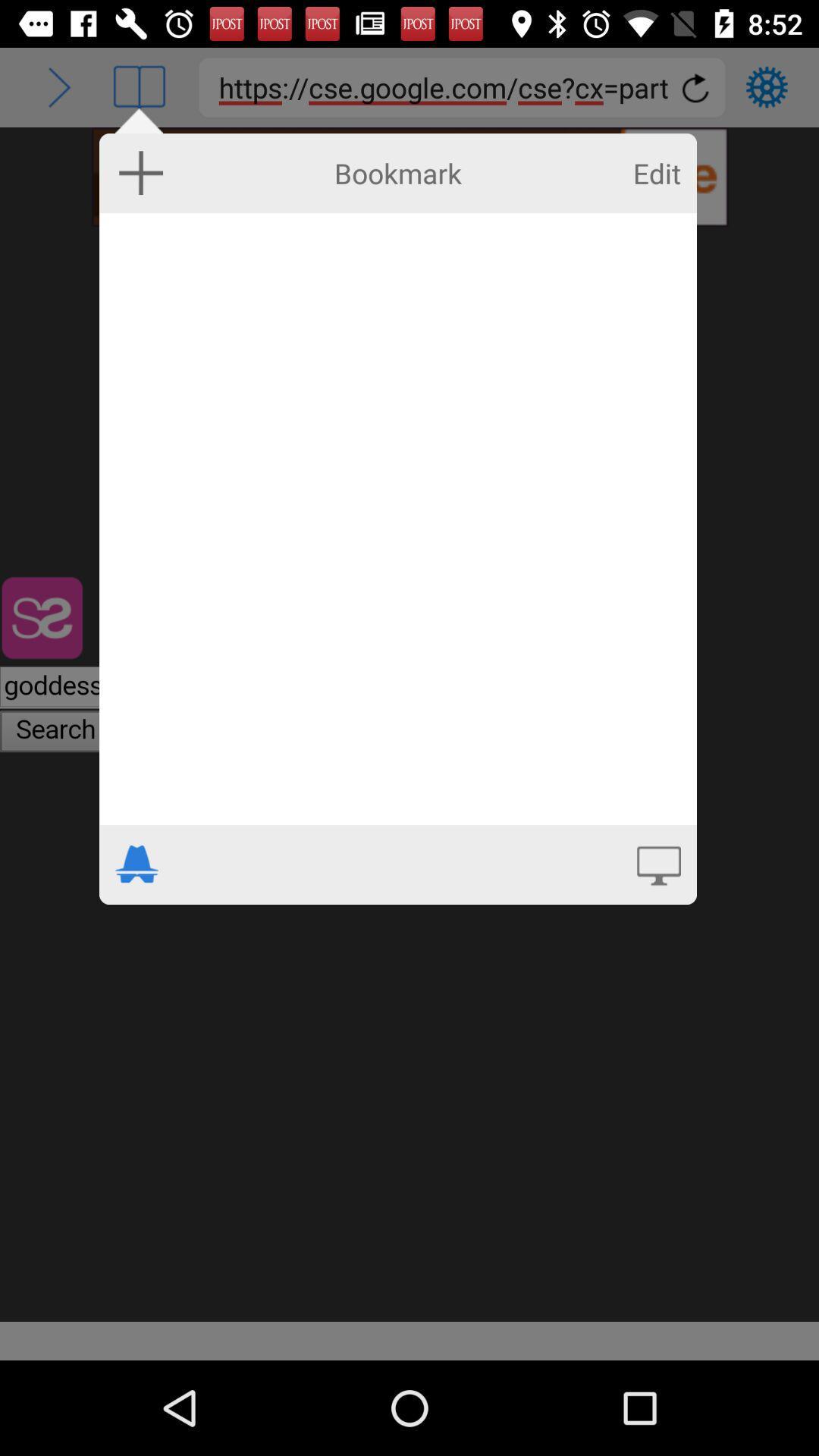 The image size is (819, 1456). I want to click on the item at the center, so click(397, 519).